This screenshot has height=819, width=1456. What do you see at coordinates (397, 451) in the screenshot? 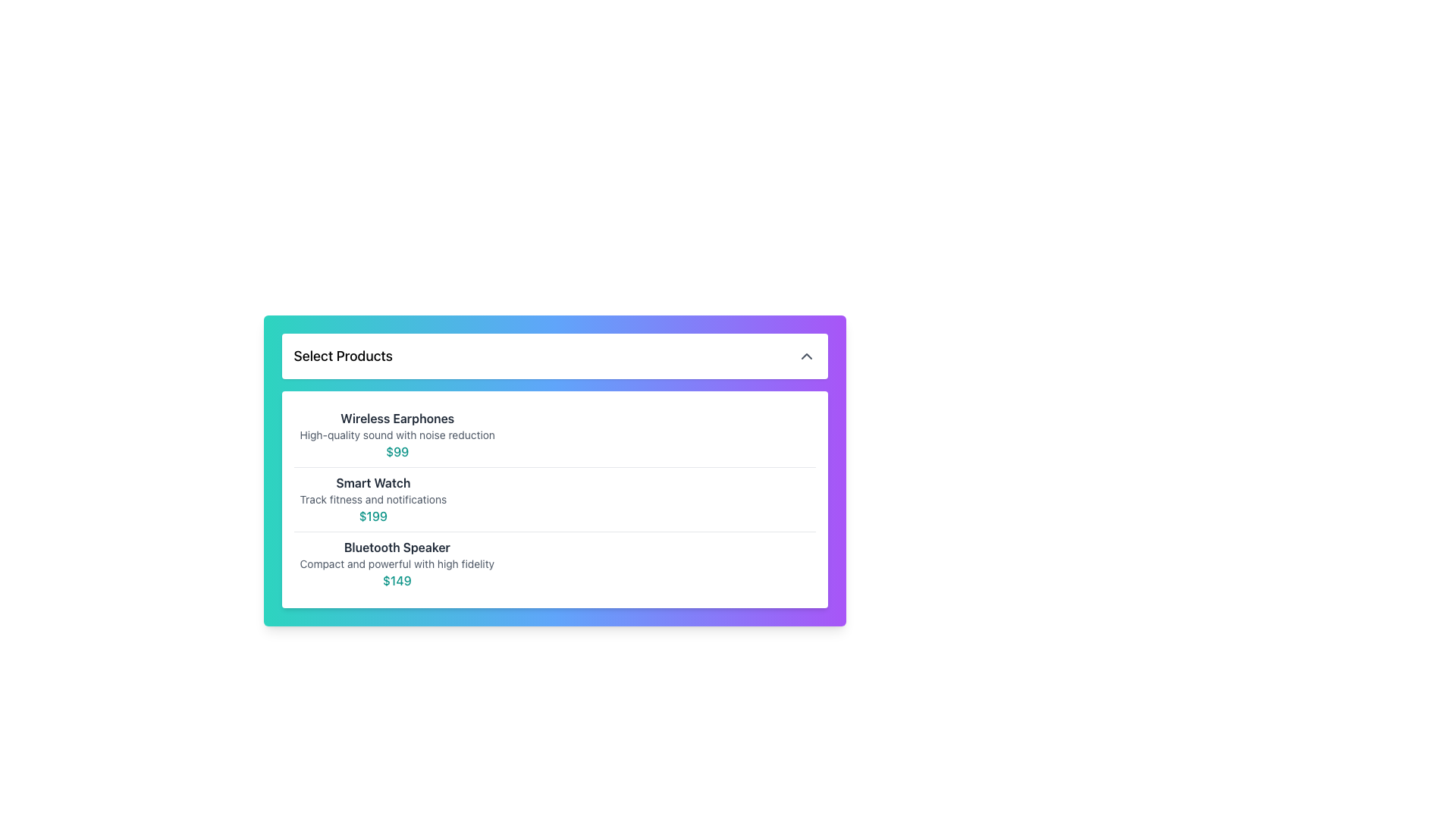
I see `the price text displaying '$99' in a medium teal-colored font, located below the product title 'Wireless Earphones'` at bounding box center [397, 451].